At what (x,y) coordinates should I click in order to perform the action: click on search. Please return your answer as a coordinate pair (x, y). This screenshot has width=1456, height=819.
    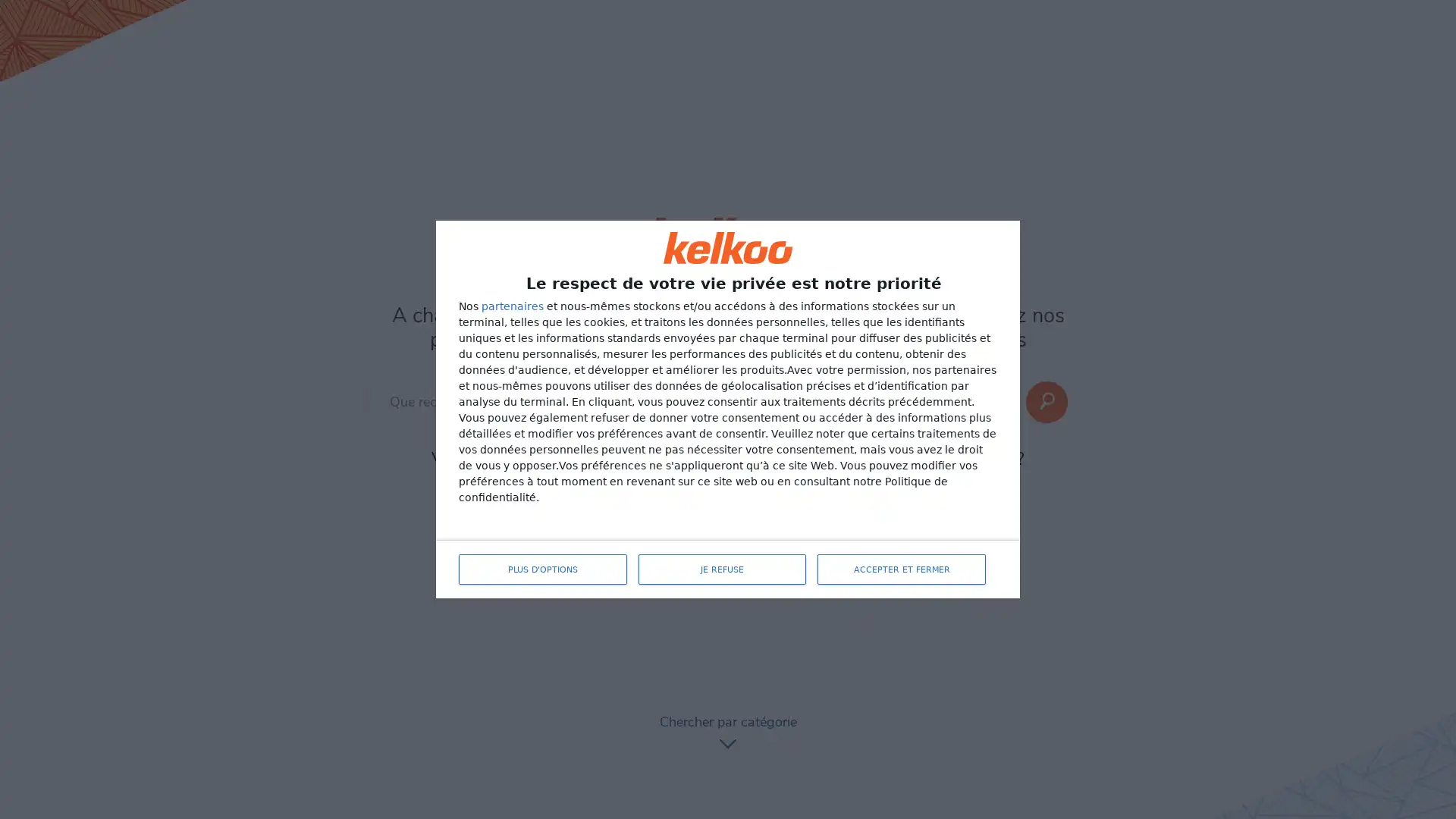
    Looking at the image, I should click on (1046, 401).